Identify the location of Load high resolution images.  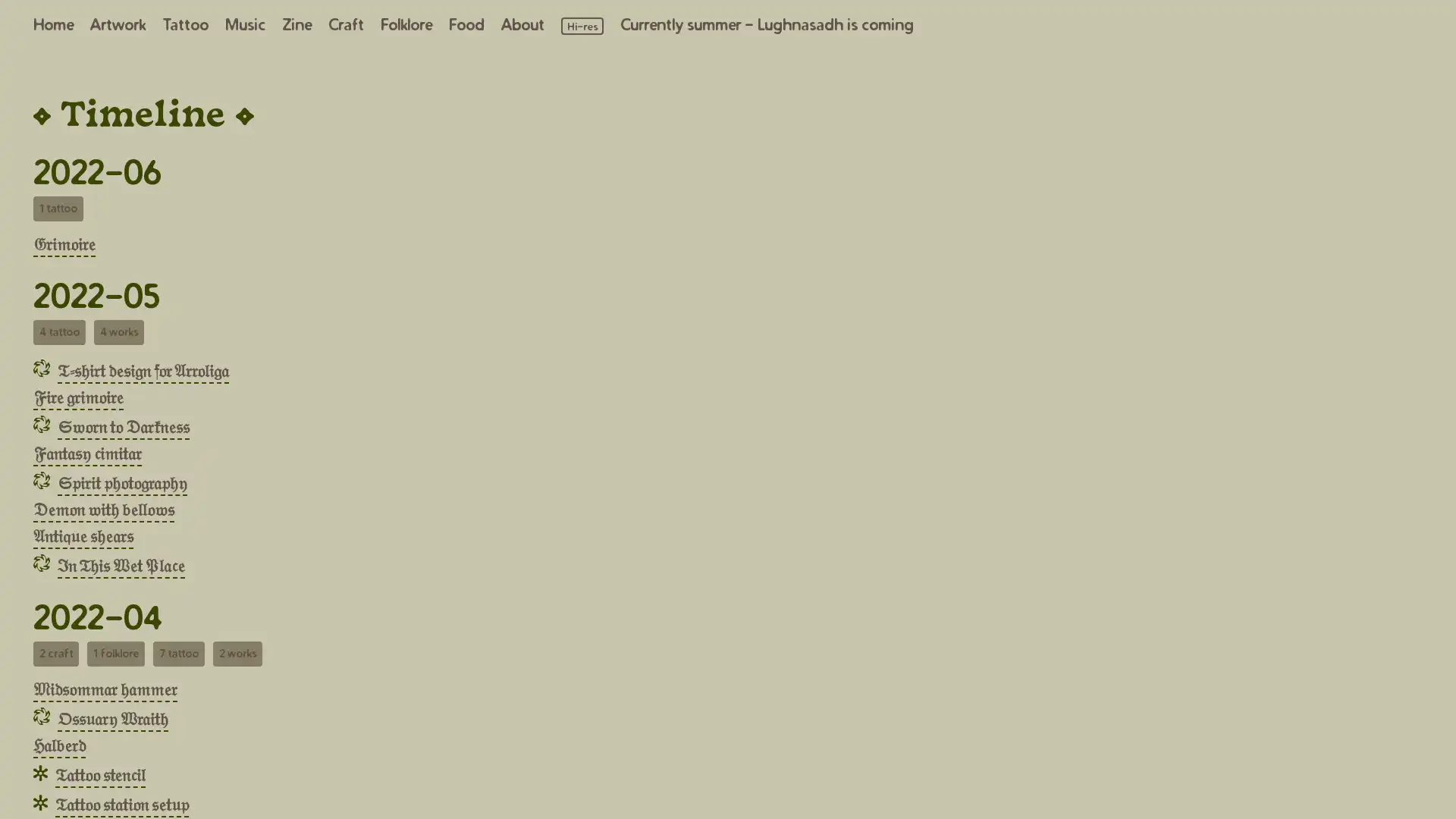
(582, 26).